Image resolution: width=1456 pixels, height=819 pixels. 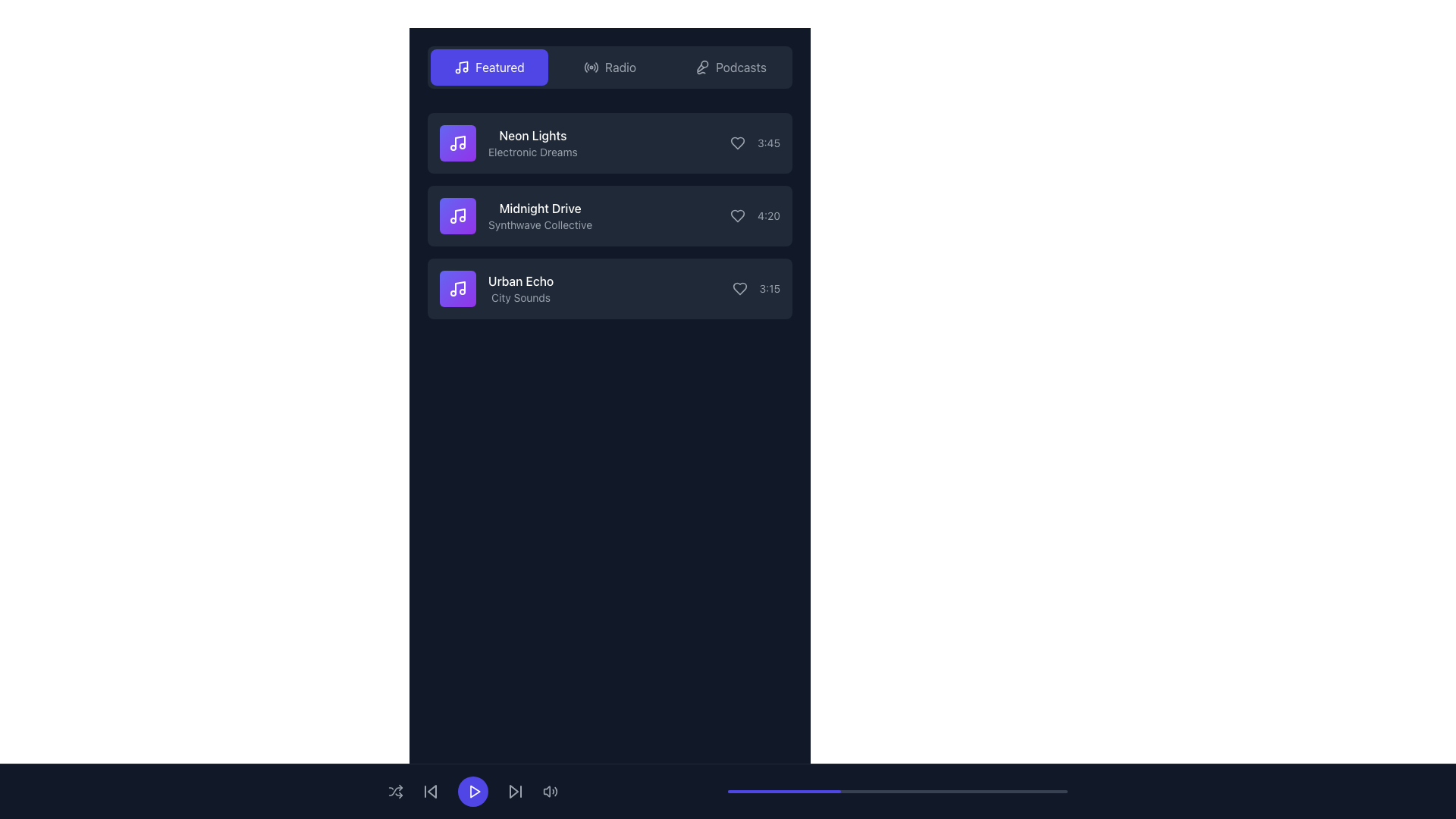 I want to click on the horizontal progress bar at the bottom of the interface, which has a dark background and a purple highlighted section indicating progress, so click(x=728, y=791).